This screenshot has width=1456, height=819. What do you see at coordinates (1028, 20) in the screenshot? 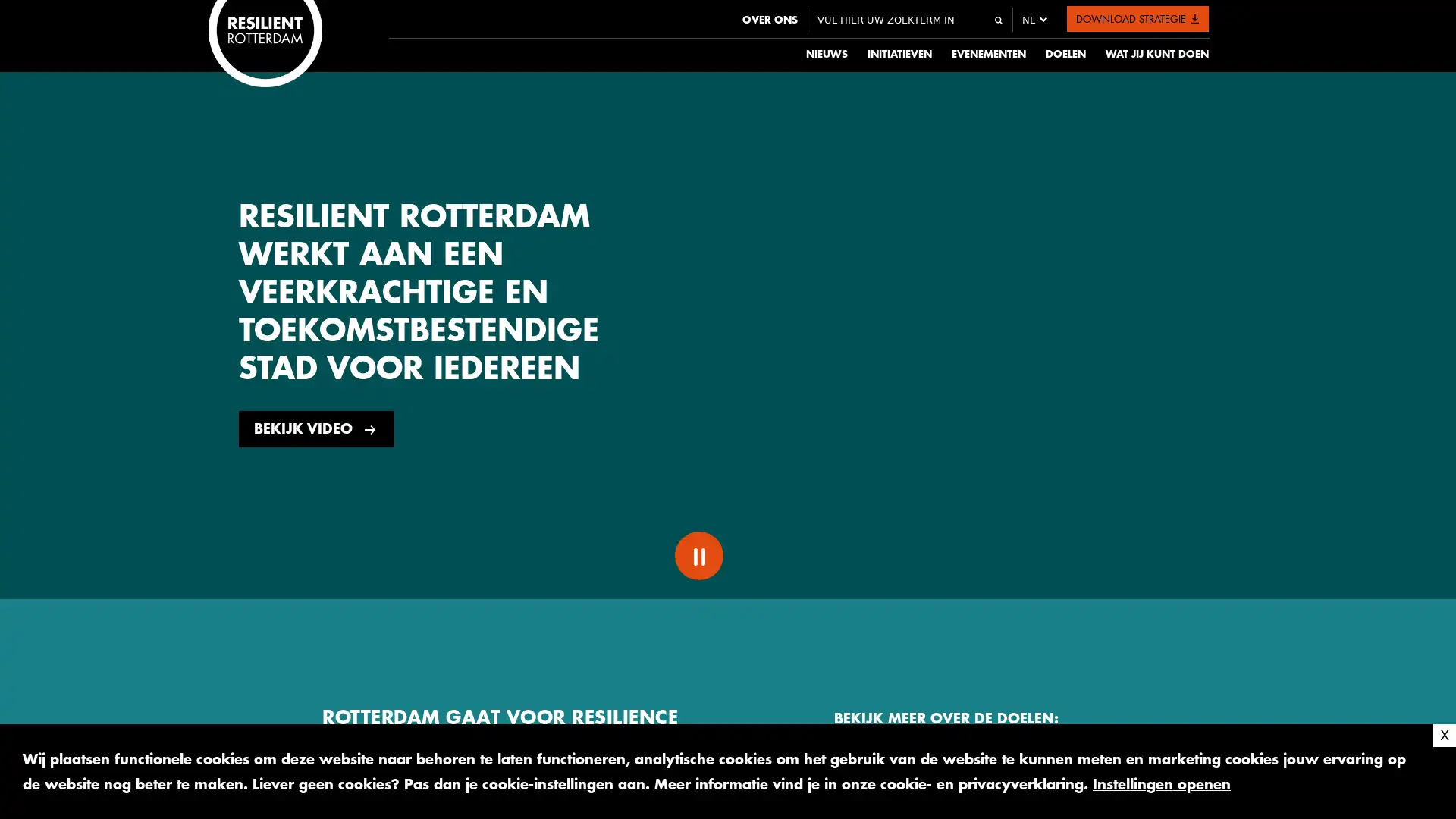
I see `Open taal switch` at bounding box center [1028, 20].